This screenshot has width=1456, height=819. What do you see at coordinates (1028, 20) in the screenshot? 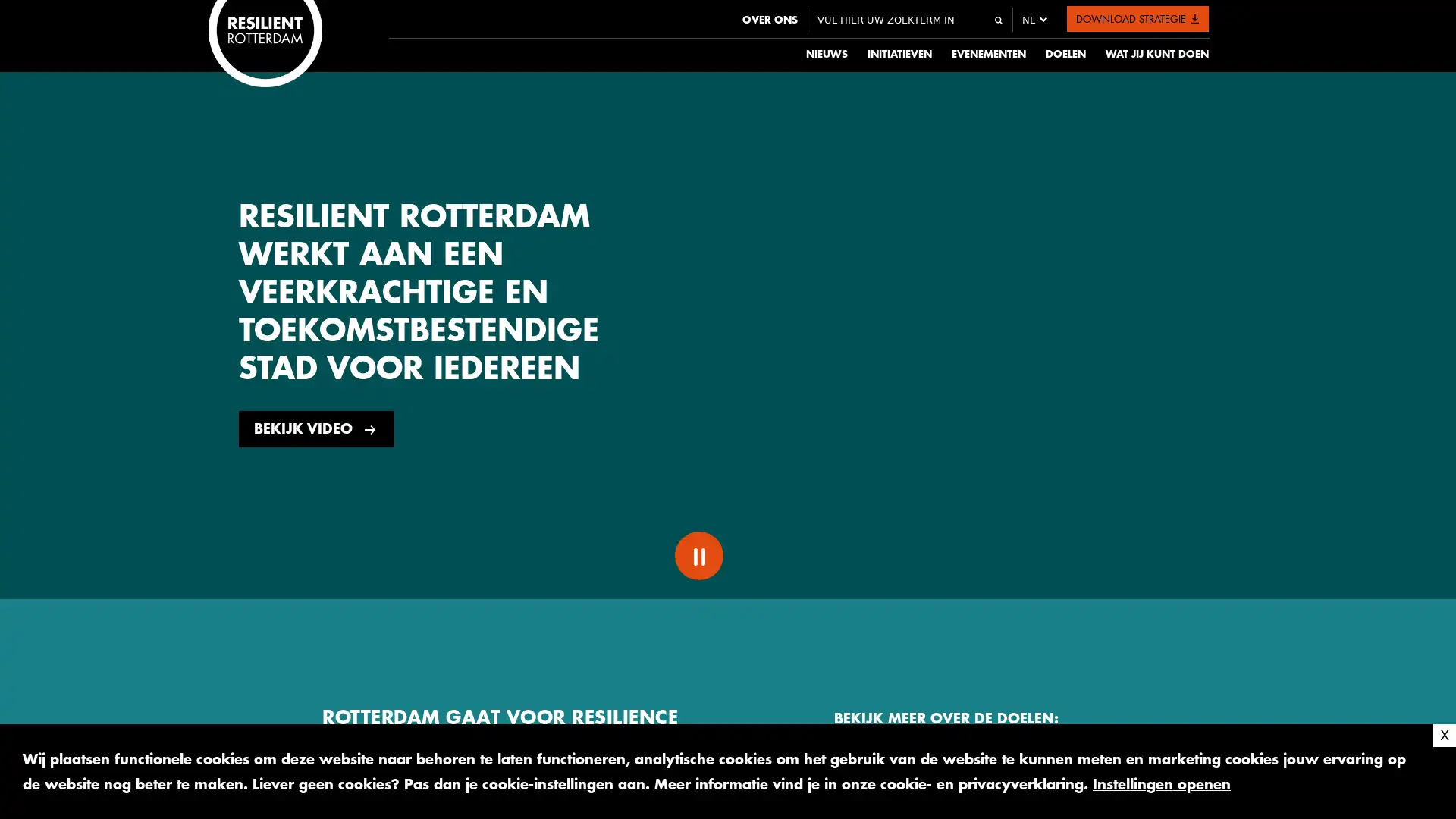
I see `Open taal switch` at bounding box center [1028, 20].